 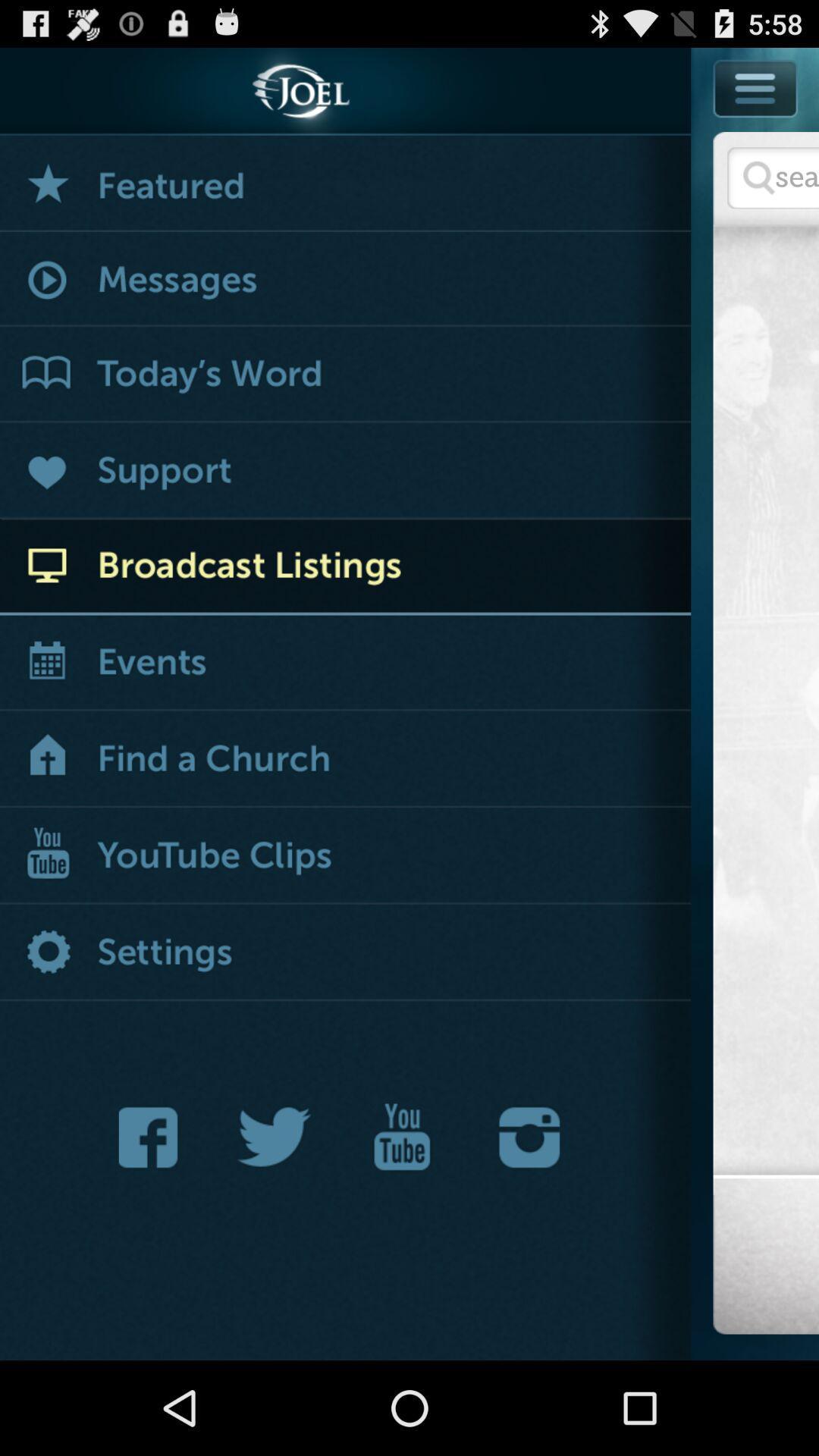 What do you see at coordinates (345, 857) in the screenshot?
I see `broadcast youtube clips` at bounding box center [345, 857].